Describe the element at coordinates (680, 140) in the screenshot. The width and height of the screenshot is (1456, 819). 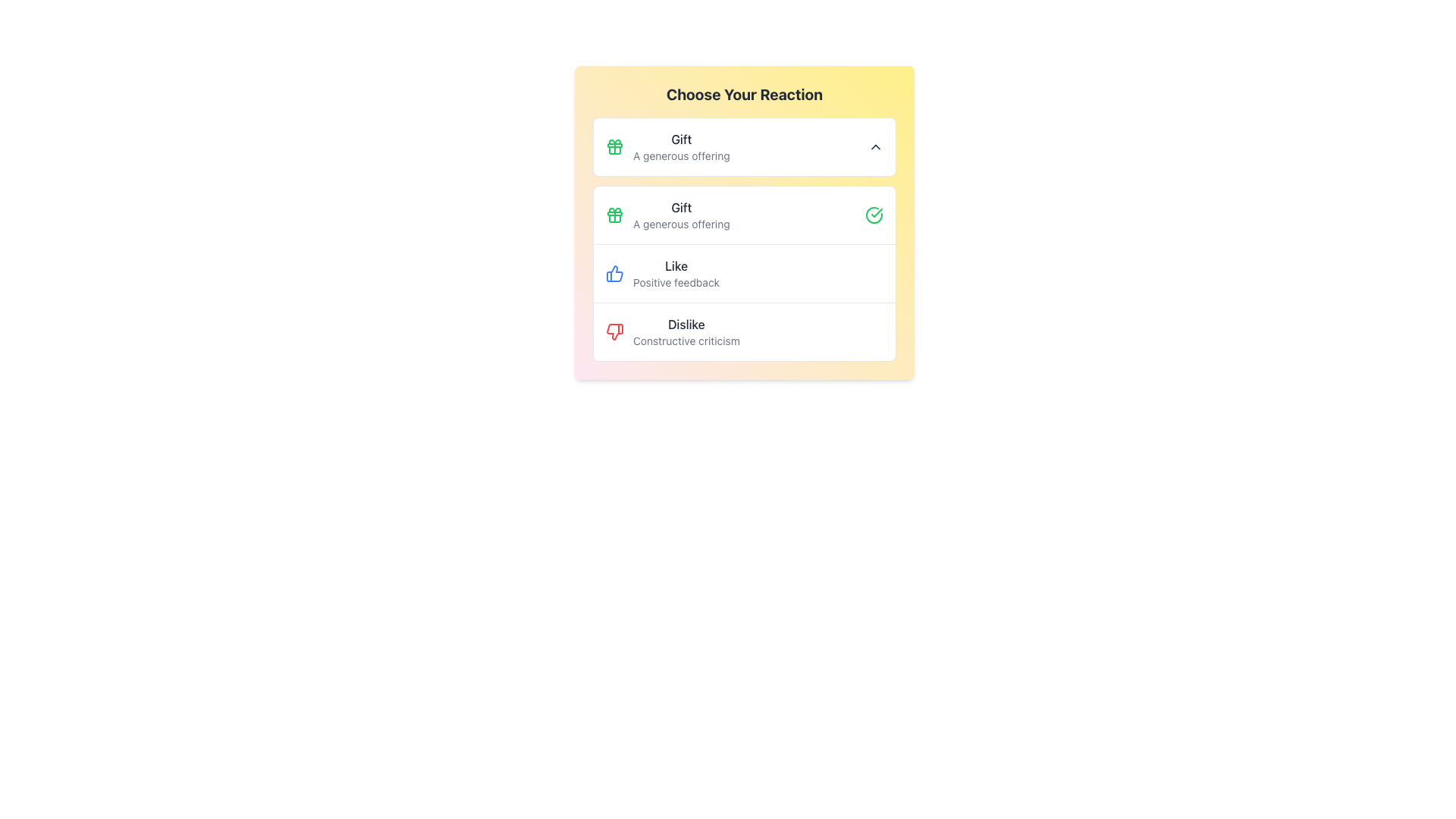
I see `the 'Gift' text label, which serves as a title for the gift reaction option, located at the top of the selection items` at that location.